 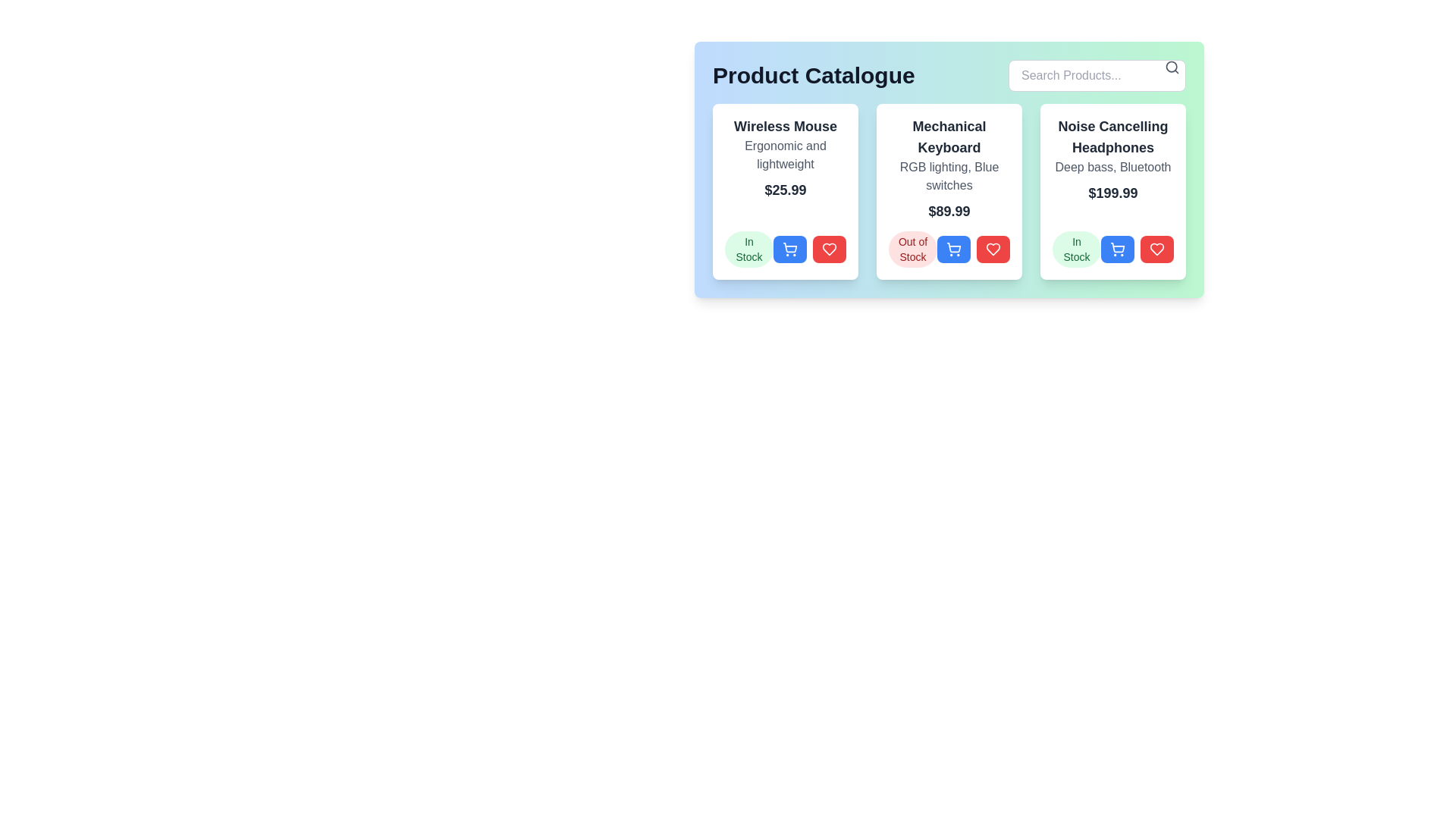 I want to click on the status indicator label that shows the product is available for purchase, located at the top-left corner of the action buttons section on the leftmost product card, so click(x=749, y=248).